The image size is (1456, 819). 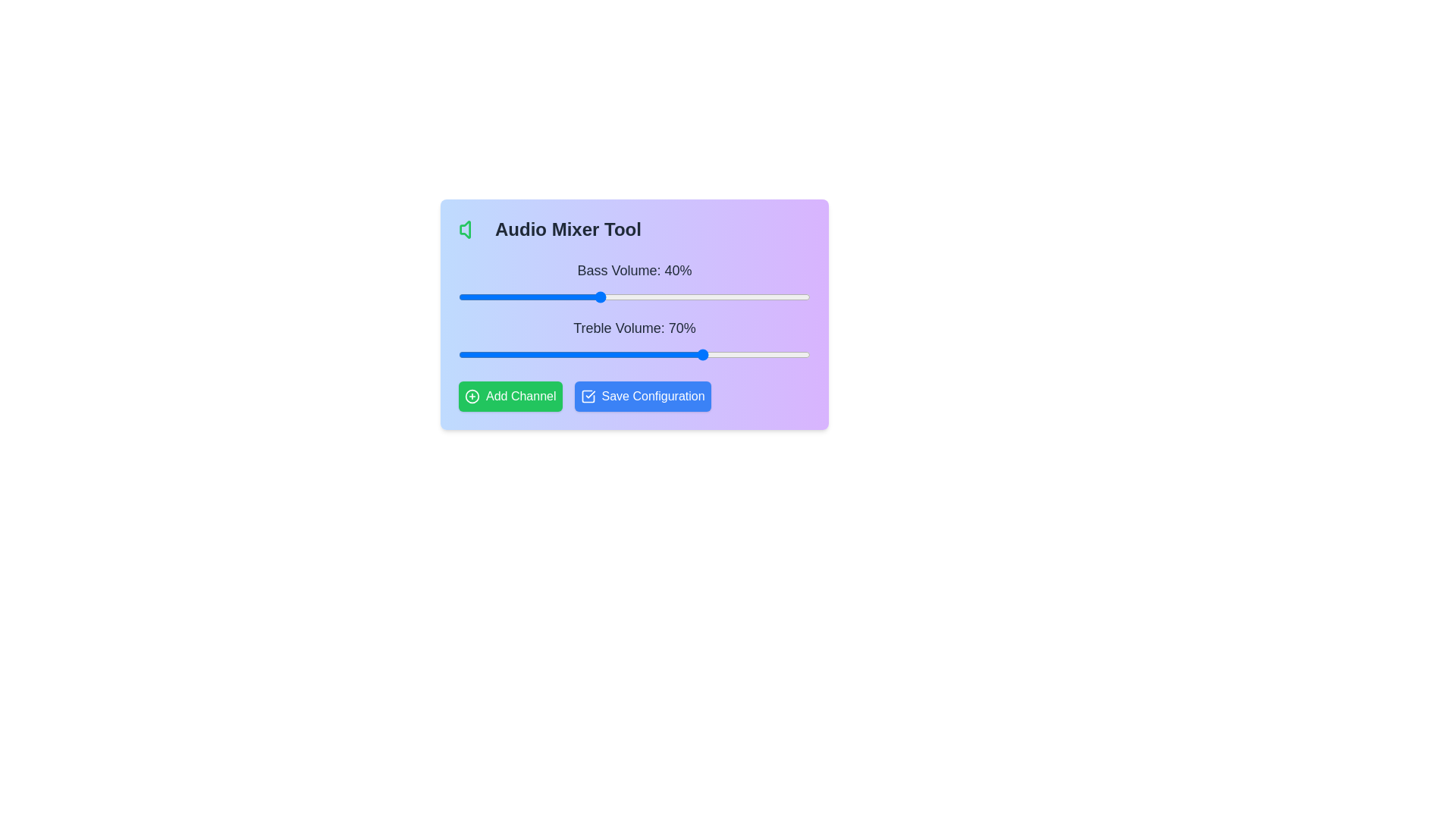 What do you see at coordinates (634, 270) in the screenshot?
I see `the text label that reads 'Bass Volume: 40%', which is styled in bold dark gray font and located above the bass volume slider in the audio mixer controls` at bounding box center [634, 270].